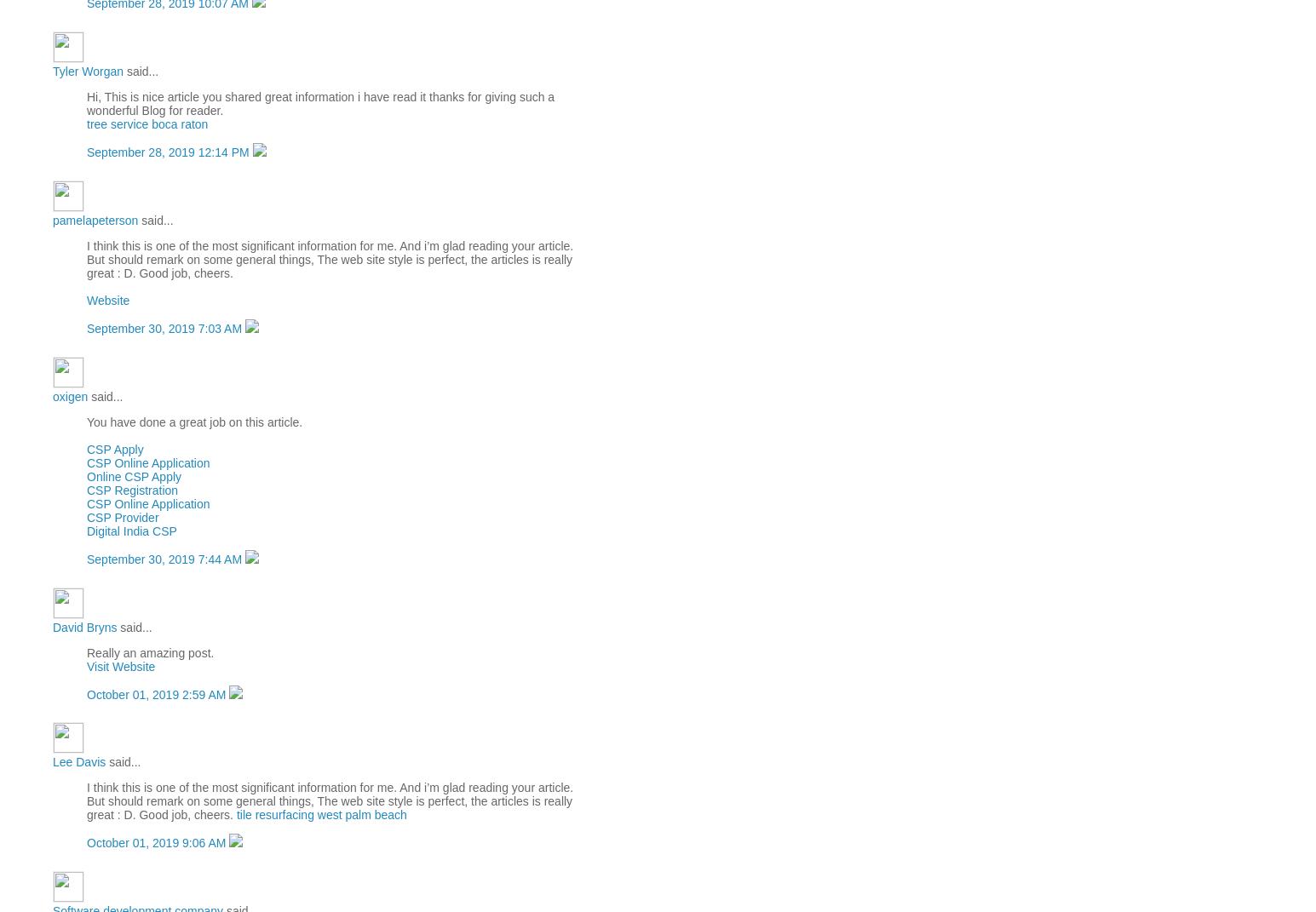  I want to click on 'CSP Registration', so click(131, 490).